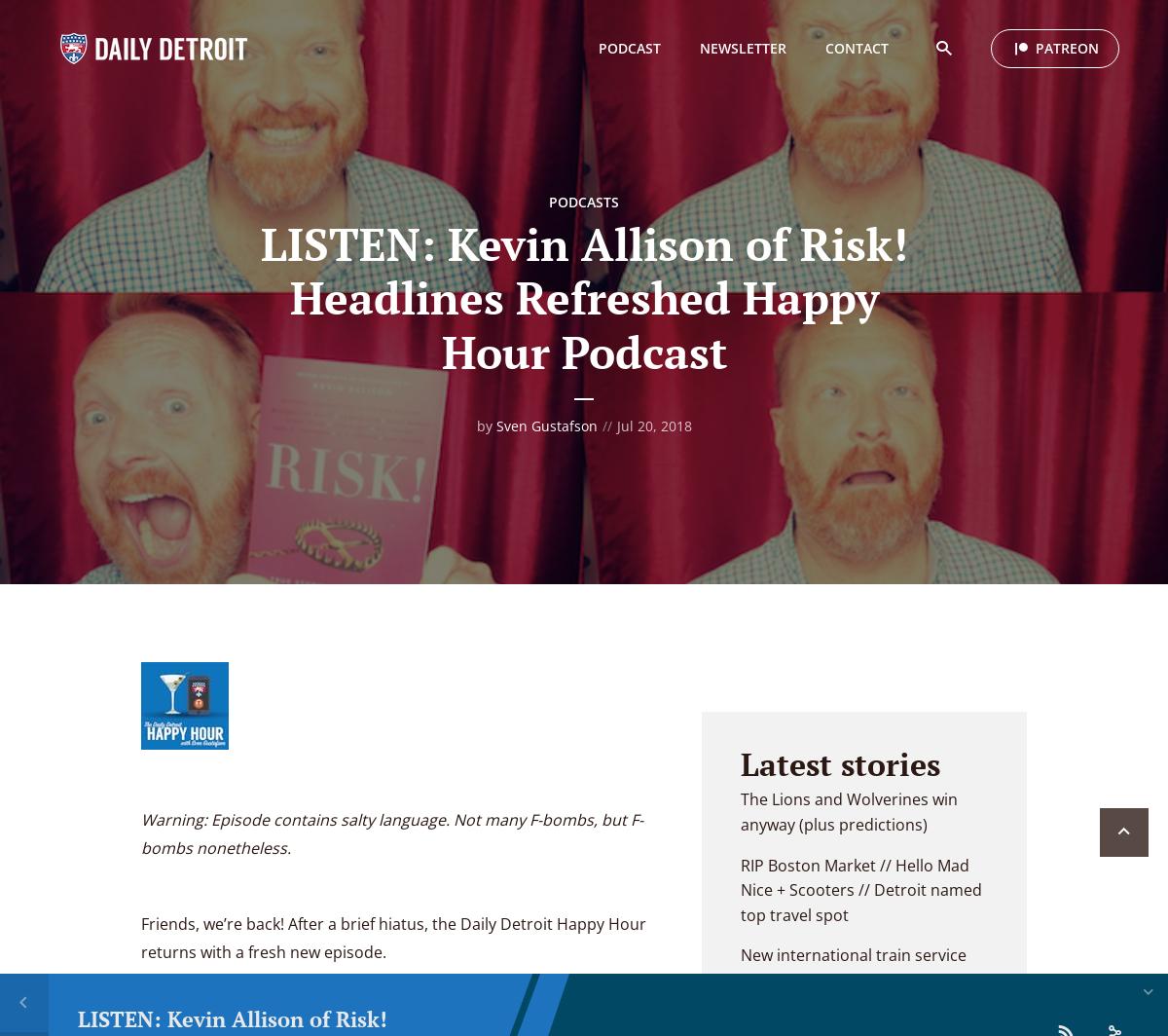  I want to click on 'LISTEN: Kevin Allison of Risk! Headlines Refreshed Happy Hour Podcast', so click(582, 297).